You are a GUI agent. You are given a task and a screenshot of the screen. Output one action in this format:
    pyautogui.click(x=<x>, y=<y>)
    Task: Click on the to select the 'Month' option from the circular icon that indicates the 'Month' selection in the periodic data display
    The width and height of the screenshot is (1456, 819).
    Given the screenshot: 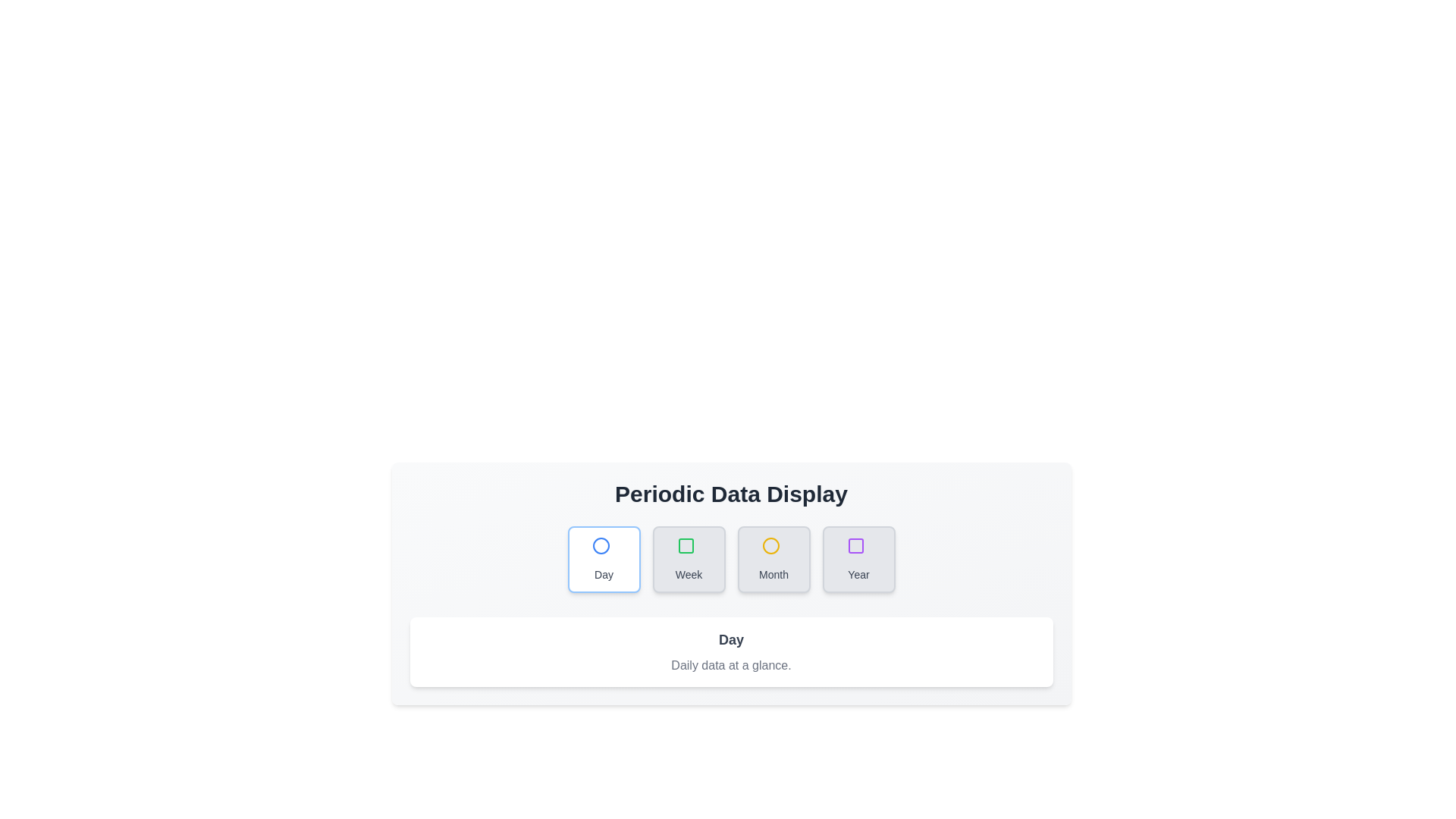 What is the action you would take?
    pyautogui.click(x=770, y=546)
    